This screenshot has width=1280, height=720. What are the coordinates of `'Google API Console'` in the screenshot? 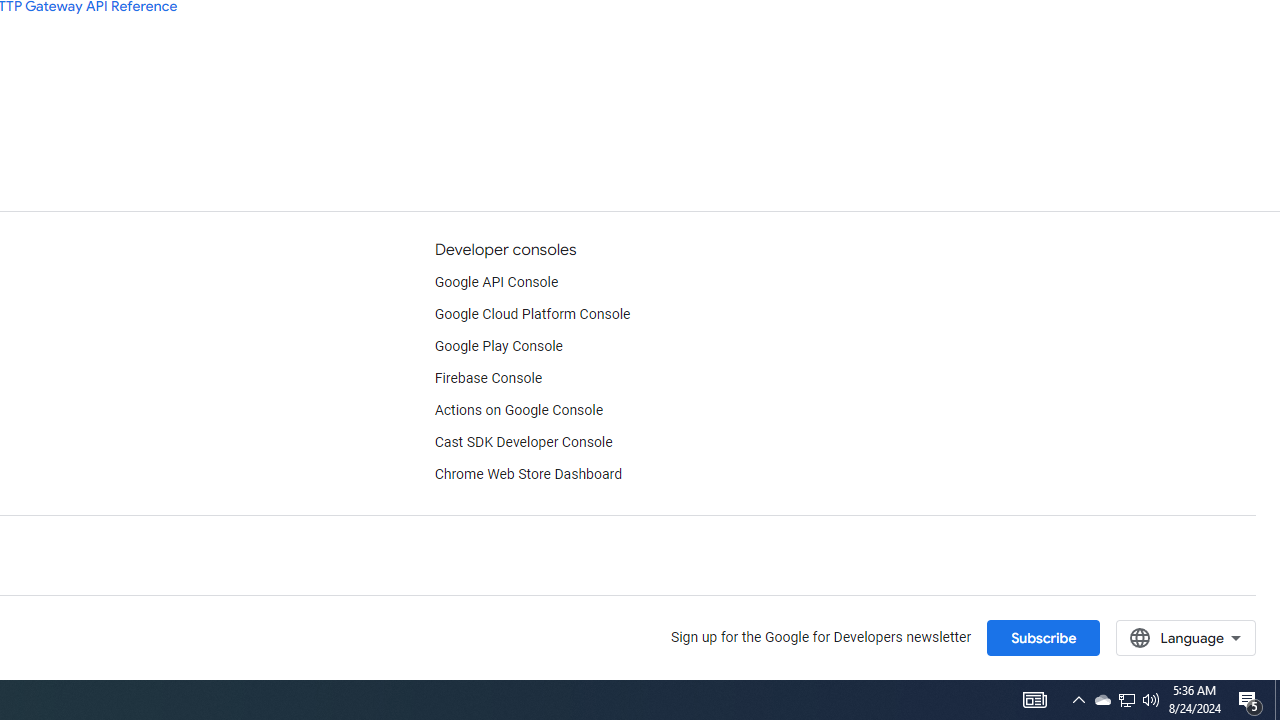 It's located at (496, 282).